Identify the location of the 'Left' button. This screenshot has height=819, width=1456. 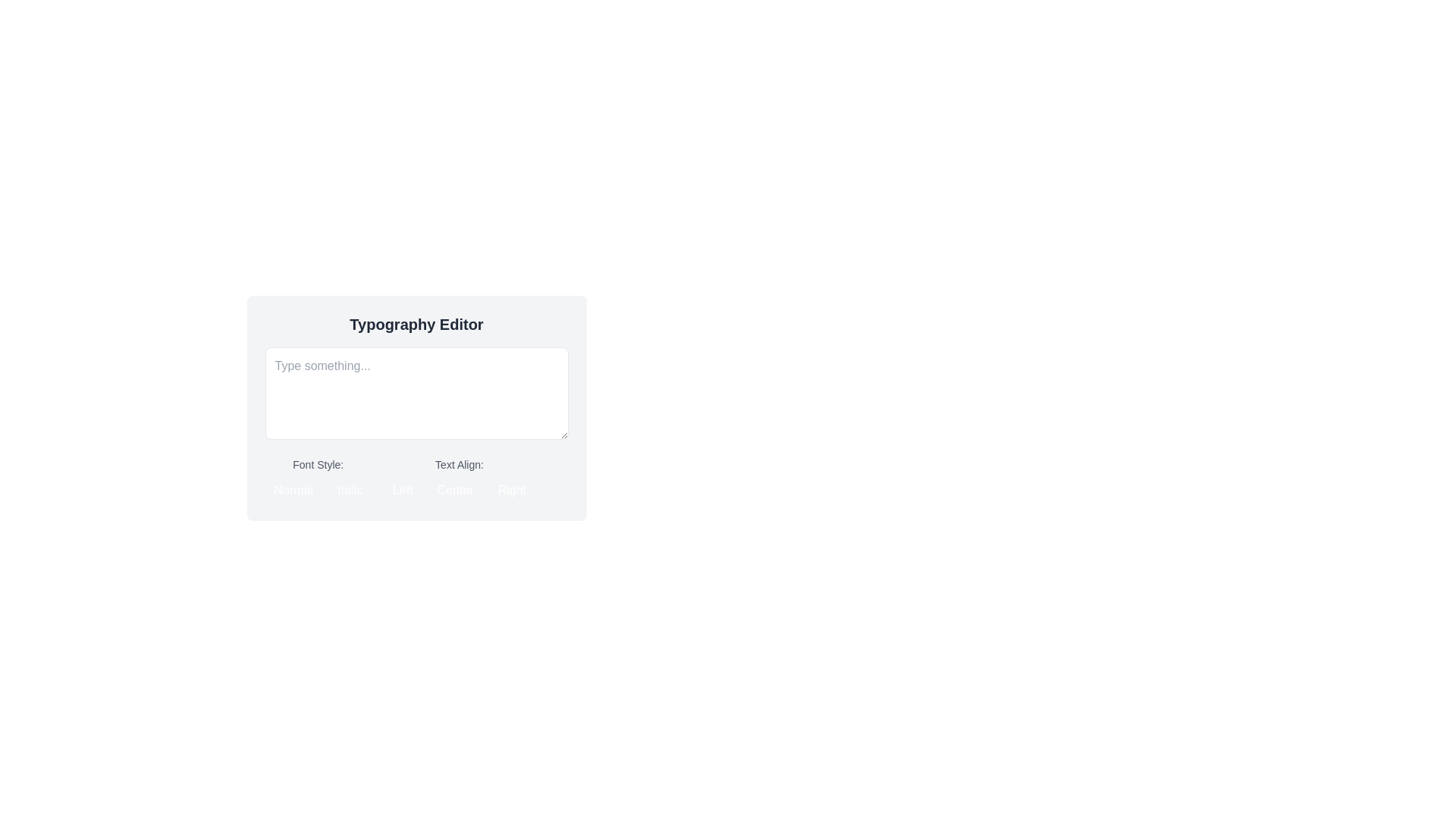
(403, 491).